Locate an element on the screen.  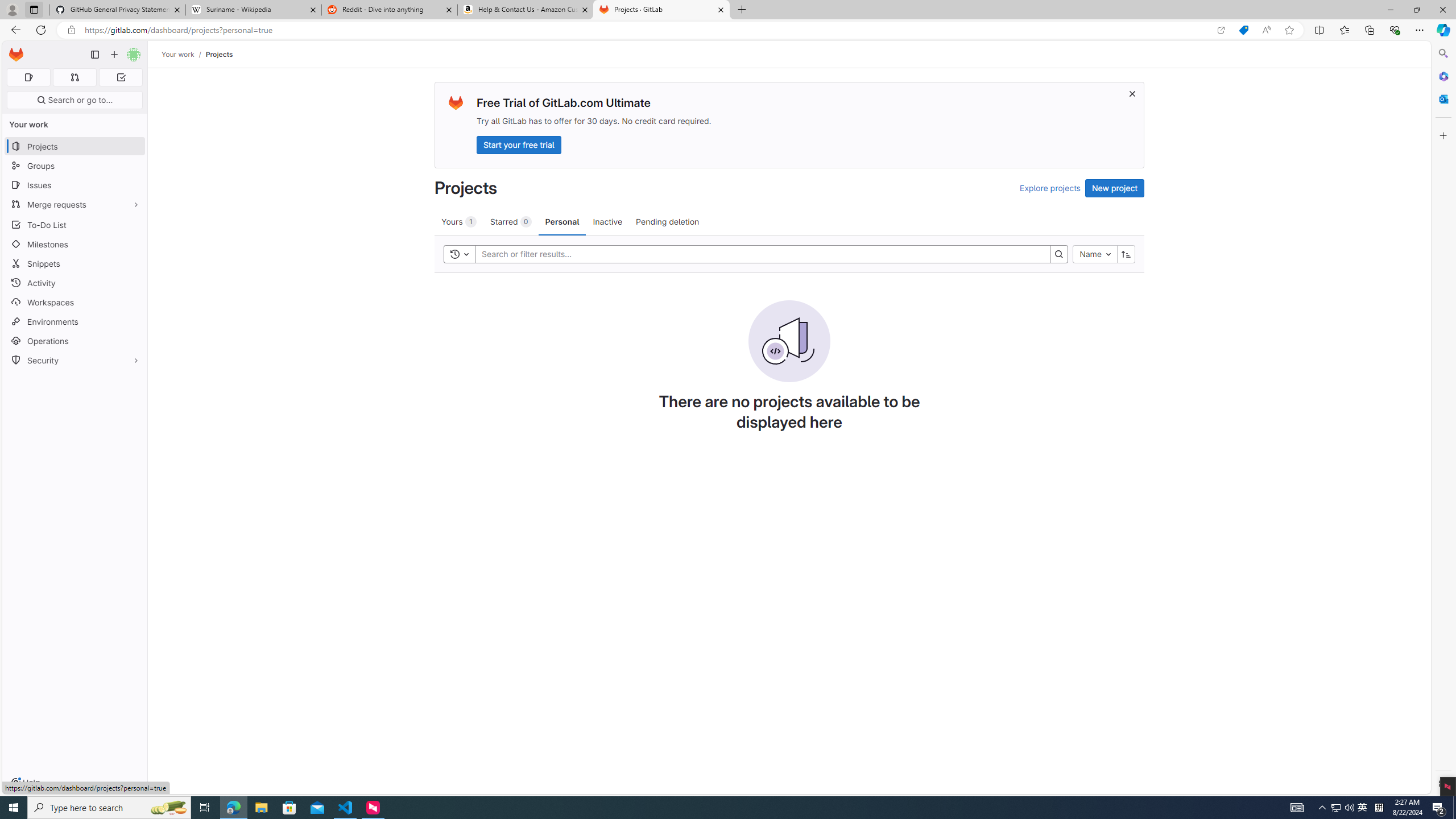
'Class: s16 gl-icon gl-button-icon ' is located at coordinates (1132, 93).